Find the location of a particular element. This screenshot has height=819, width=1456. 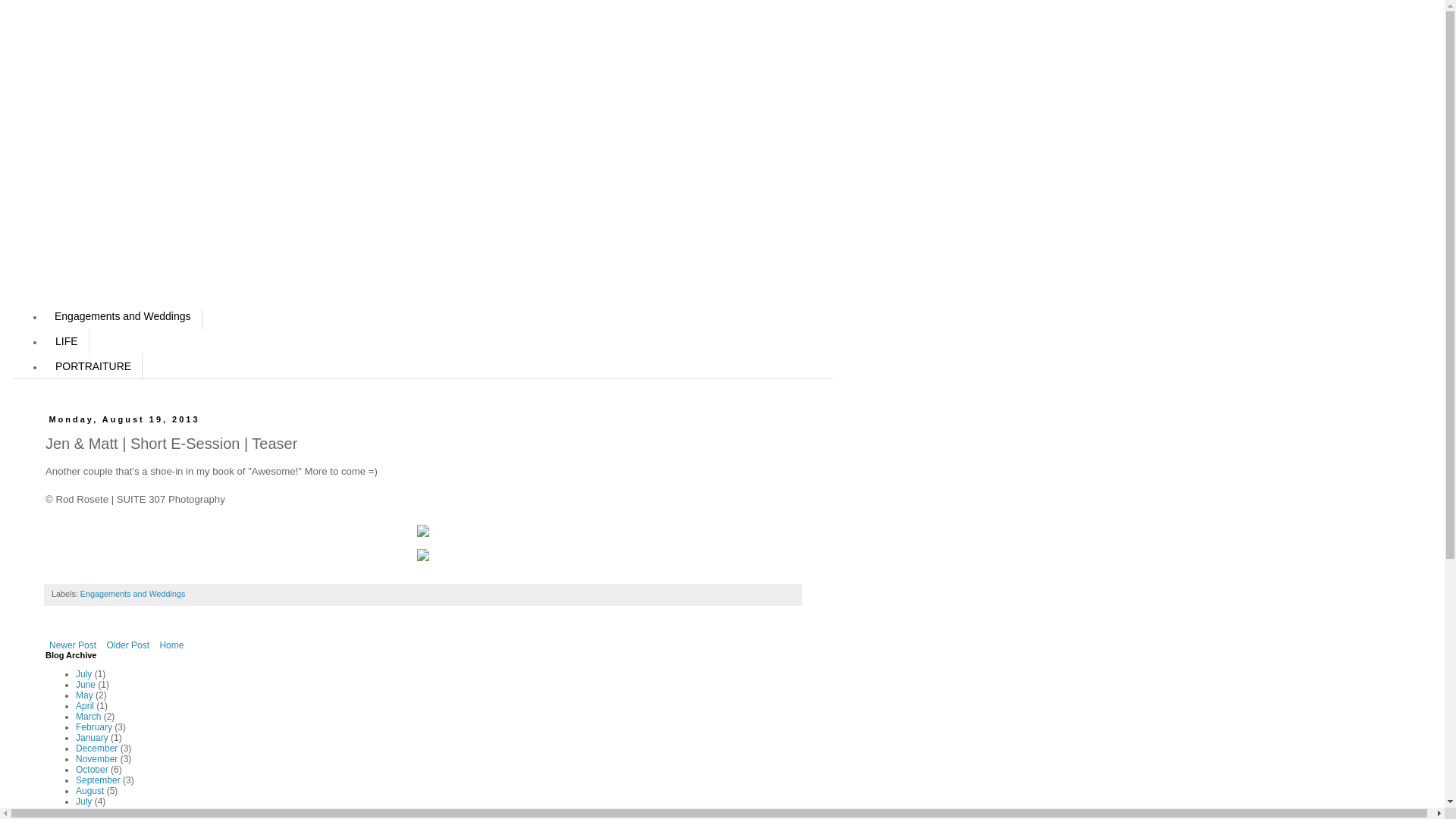

'Newer Post' is located at coordinates (72, 645).